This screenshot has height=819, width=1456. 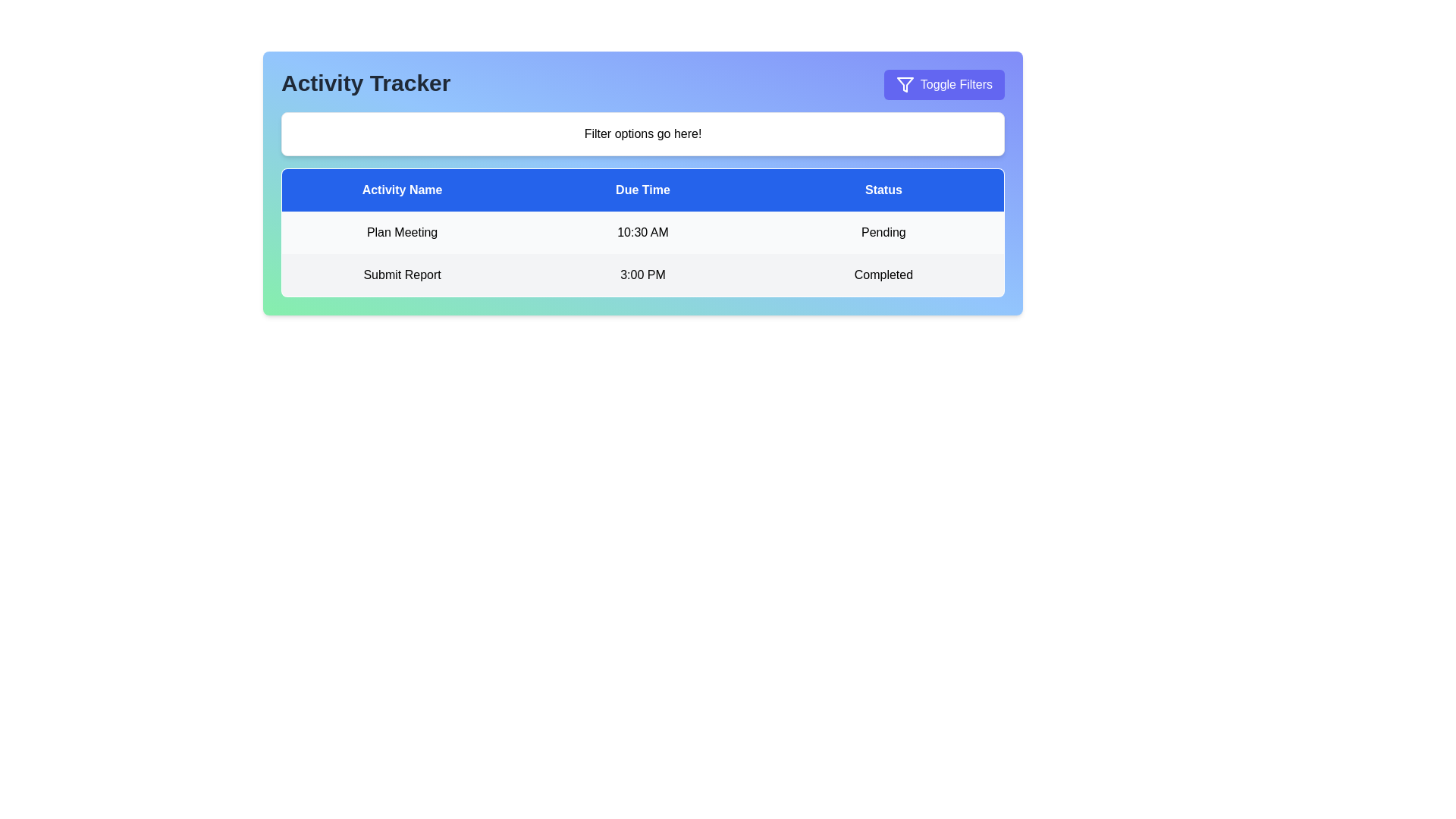 What do you see at coordinates (883, 233) in the screenshot?
I see `the 'Pending' status label in the 'Status' column of the 'Plan Meeting' activity, which is displayed in black text on a white background` at bounding box center [883, 233].